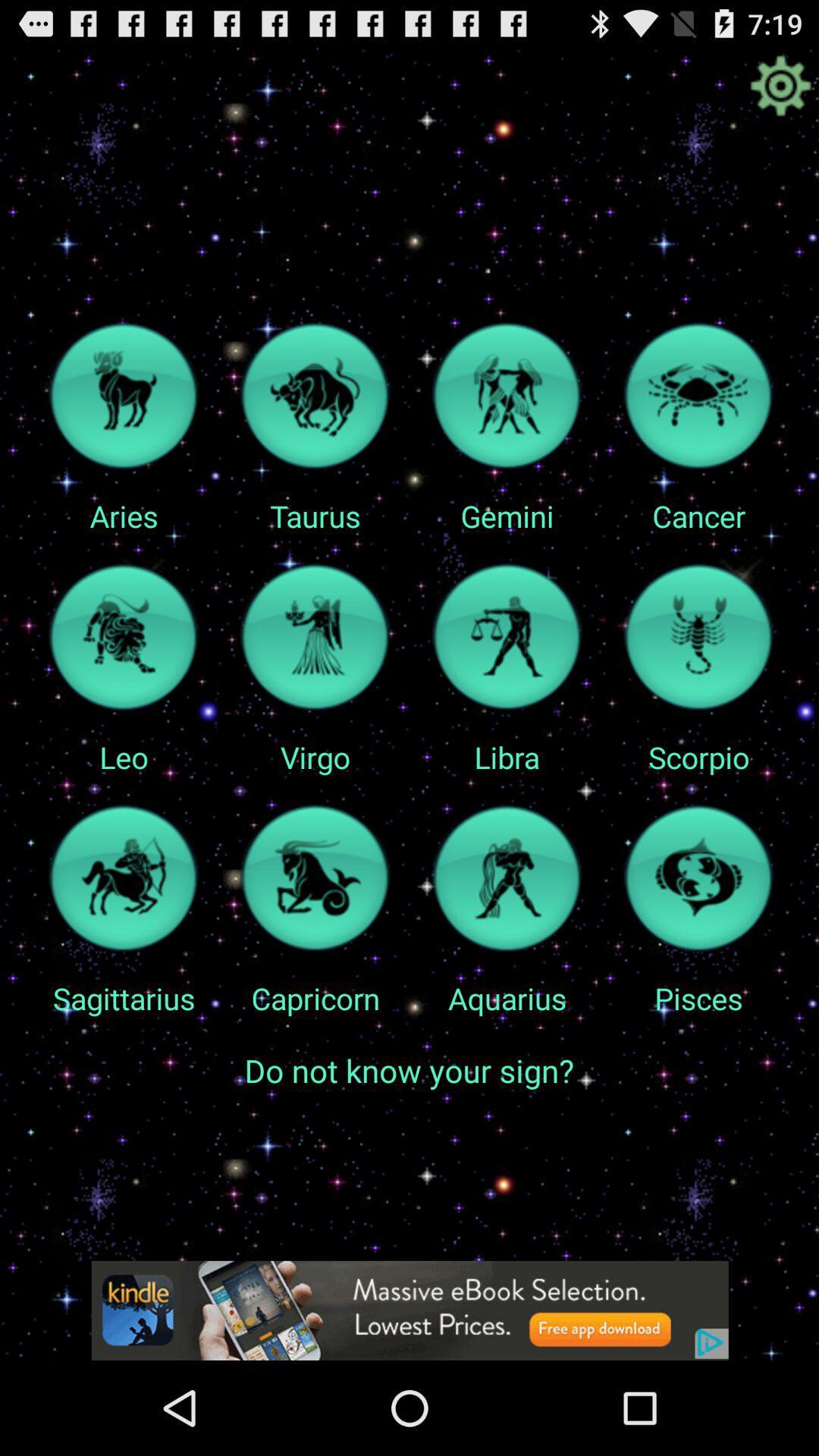  What do you see at coordinates (780, 85) in the screenshot?
I see `setting button` at bounding box center [780, 85].